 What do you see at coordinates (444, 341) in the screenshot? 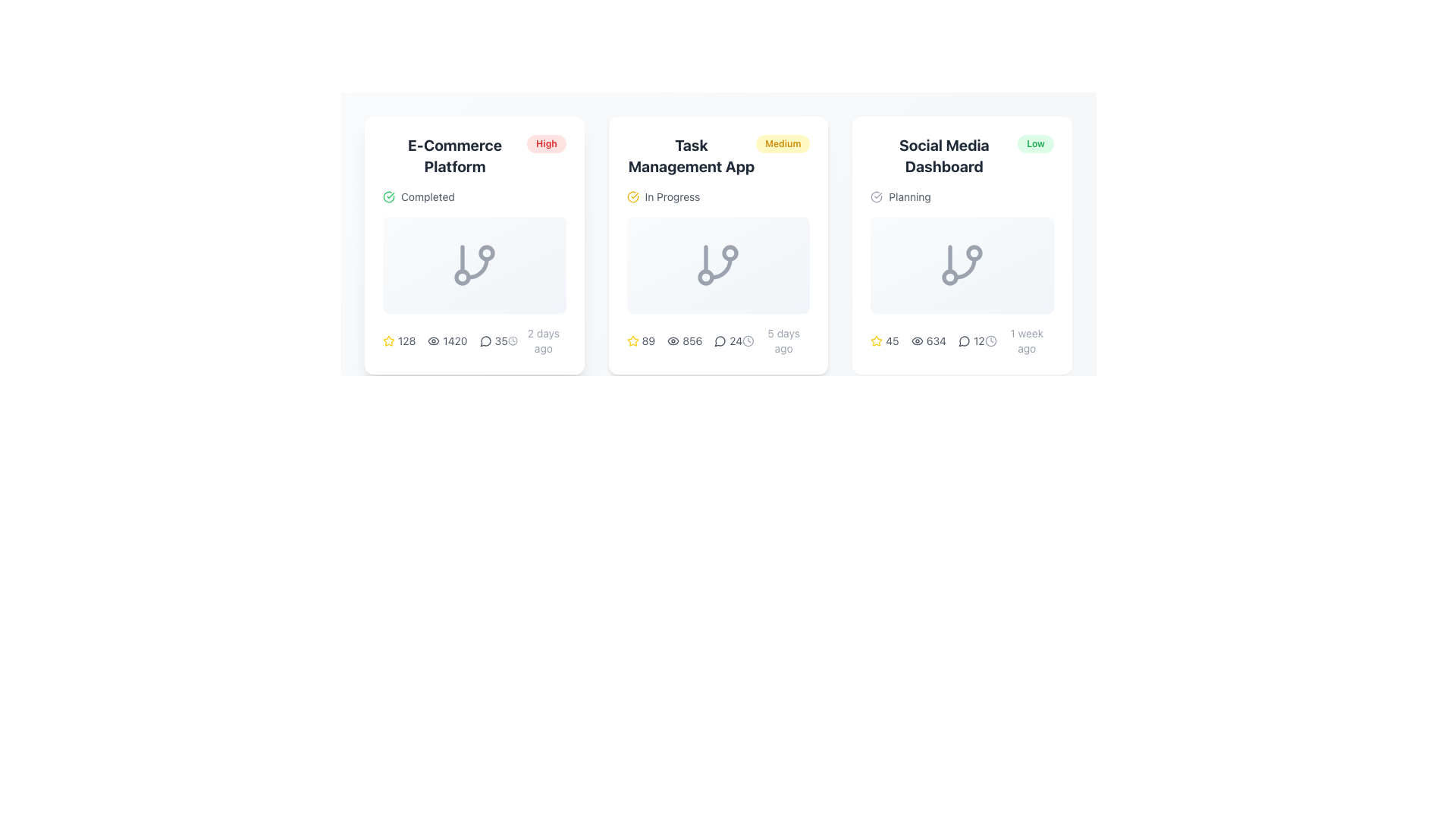
I see `the textual counter element displaying '1420' located in the statistics bar at the bottom of the first card on the E-Commerce Platform` at bounding box center [444, 341].